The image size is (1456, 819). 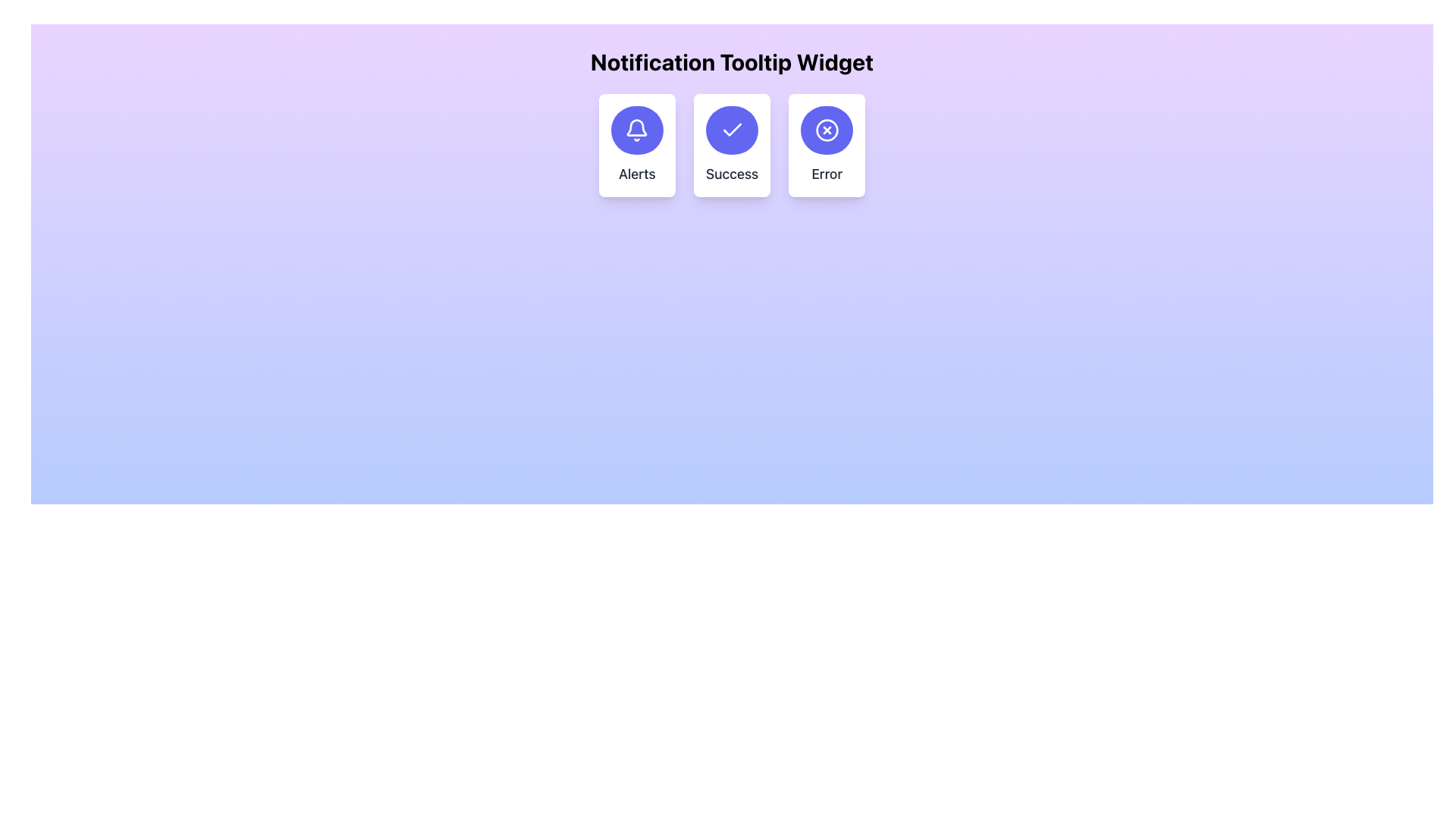 What do you see at coordinates (826, 130) in the screenshot?
I see `the 'Error' icon located at the center of the final card in a row of three cards` at bounding box center [826, 130].